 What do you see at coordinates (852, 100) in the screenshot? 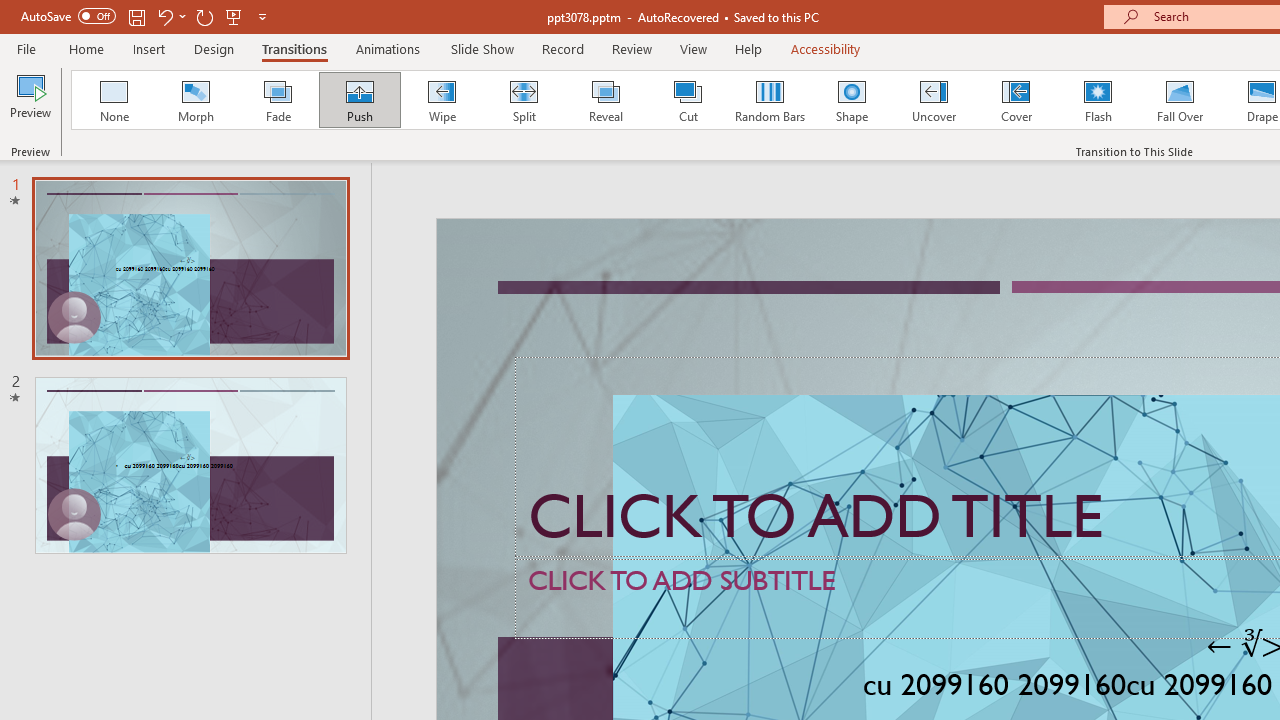
I see `'Shape'` at bounding box center [852, 100].